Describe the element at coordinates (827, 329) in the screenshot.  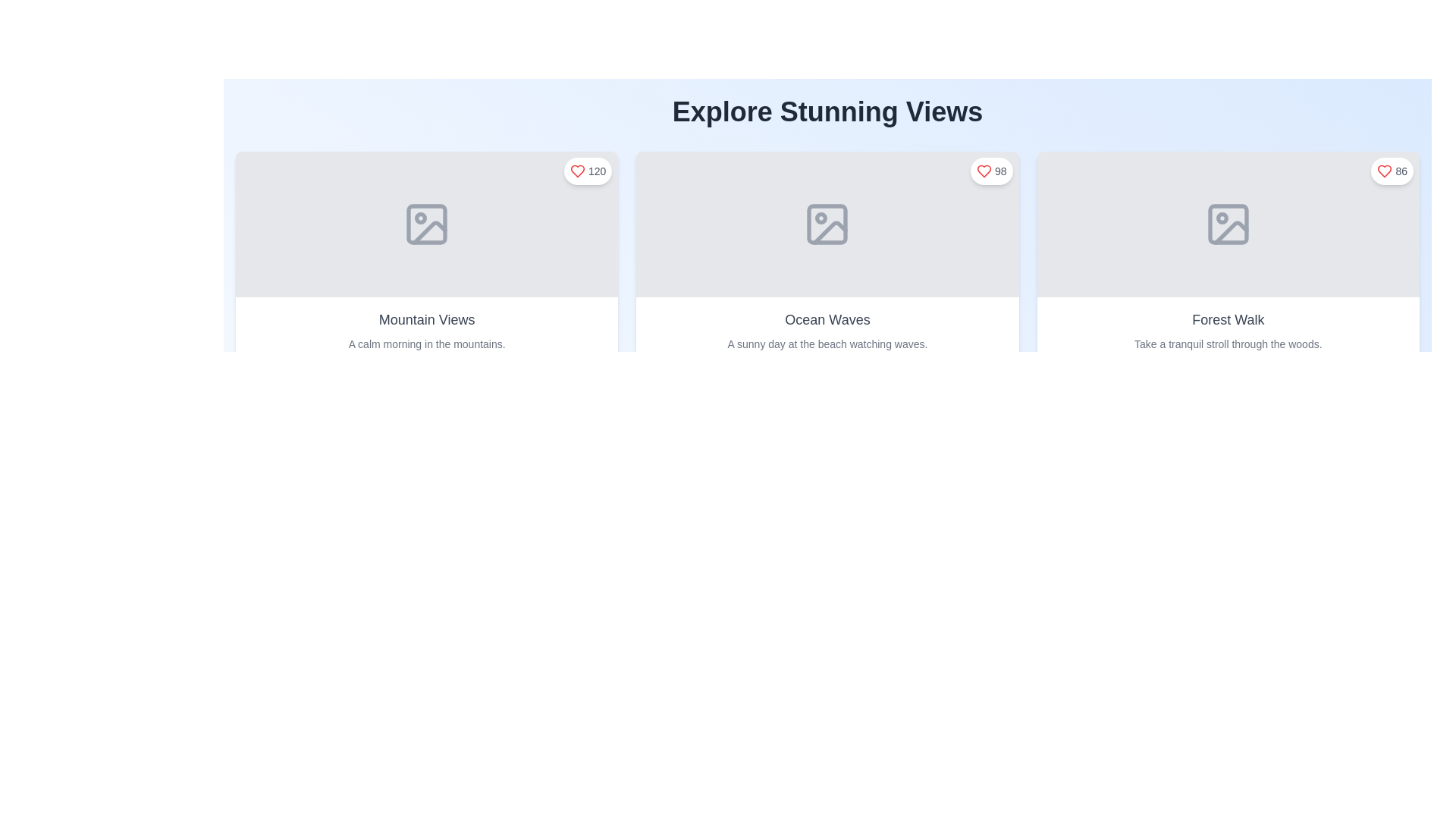
I see `the Label Section providing descriptive information about the visual representation in the middle card of the horizontal set titled 'Explore Stunning Views'` at that location.